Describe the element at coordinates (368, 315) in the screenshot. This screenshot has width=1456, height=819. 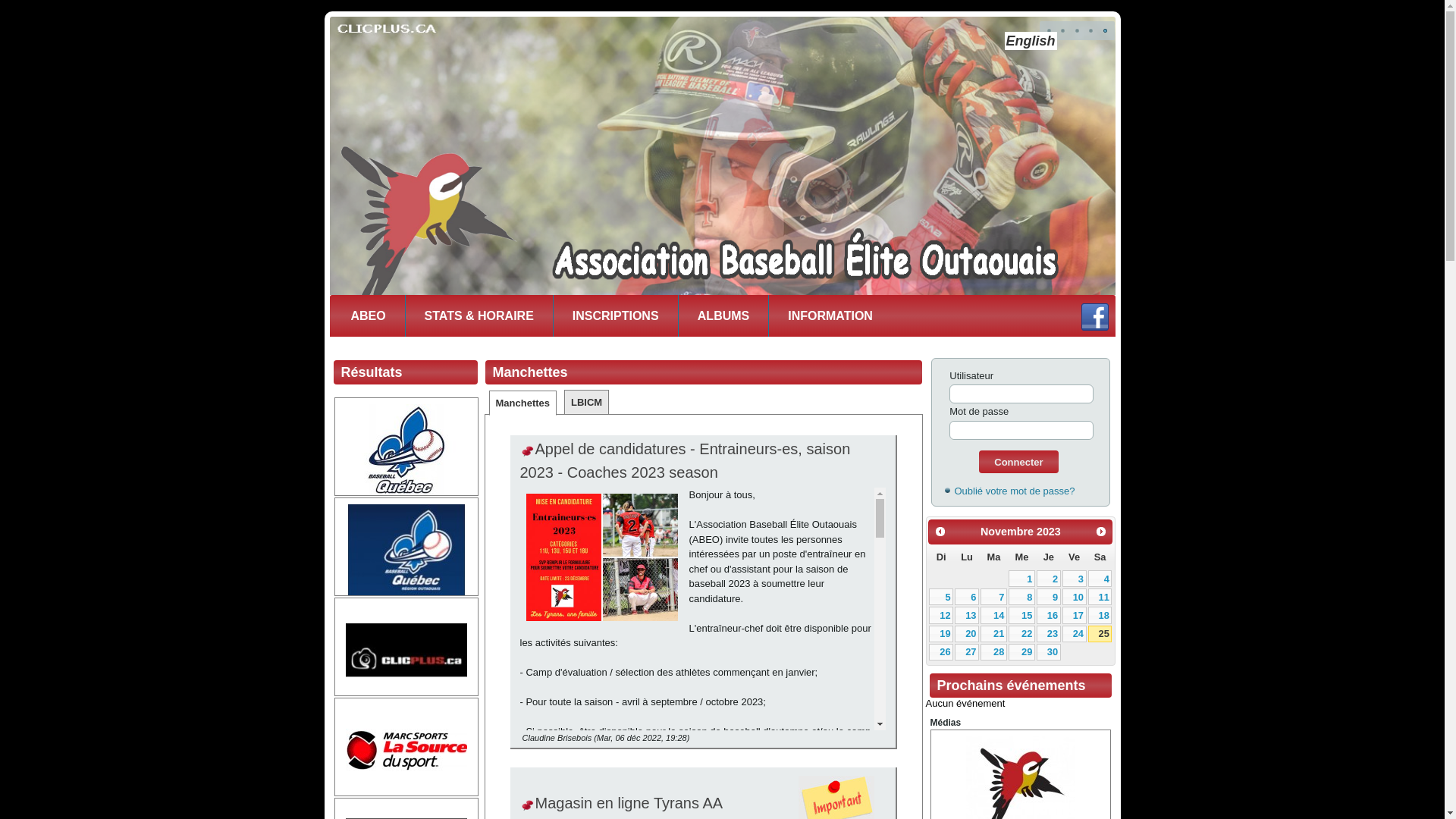
I see `'ABEO'` at that location.